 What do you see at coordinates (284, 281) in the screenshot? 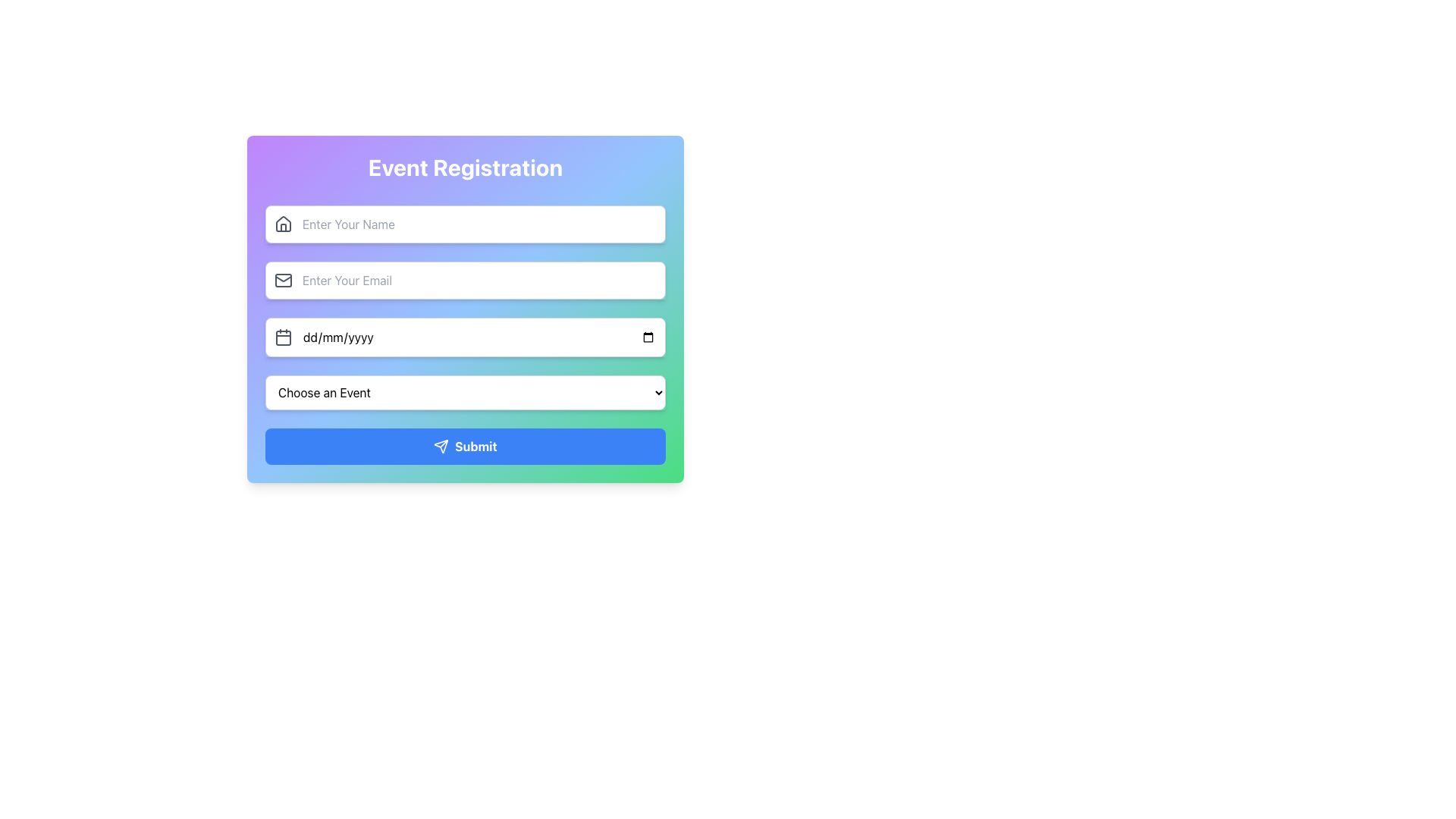
I see `the email input field icon located in the second row of the form, positioned to the left of the input box with the placeholder 'Enter Your Email.'` at bounding box center [284, 281].